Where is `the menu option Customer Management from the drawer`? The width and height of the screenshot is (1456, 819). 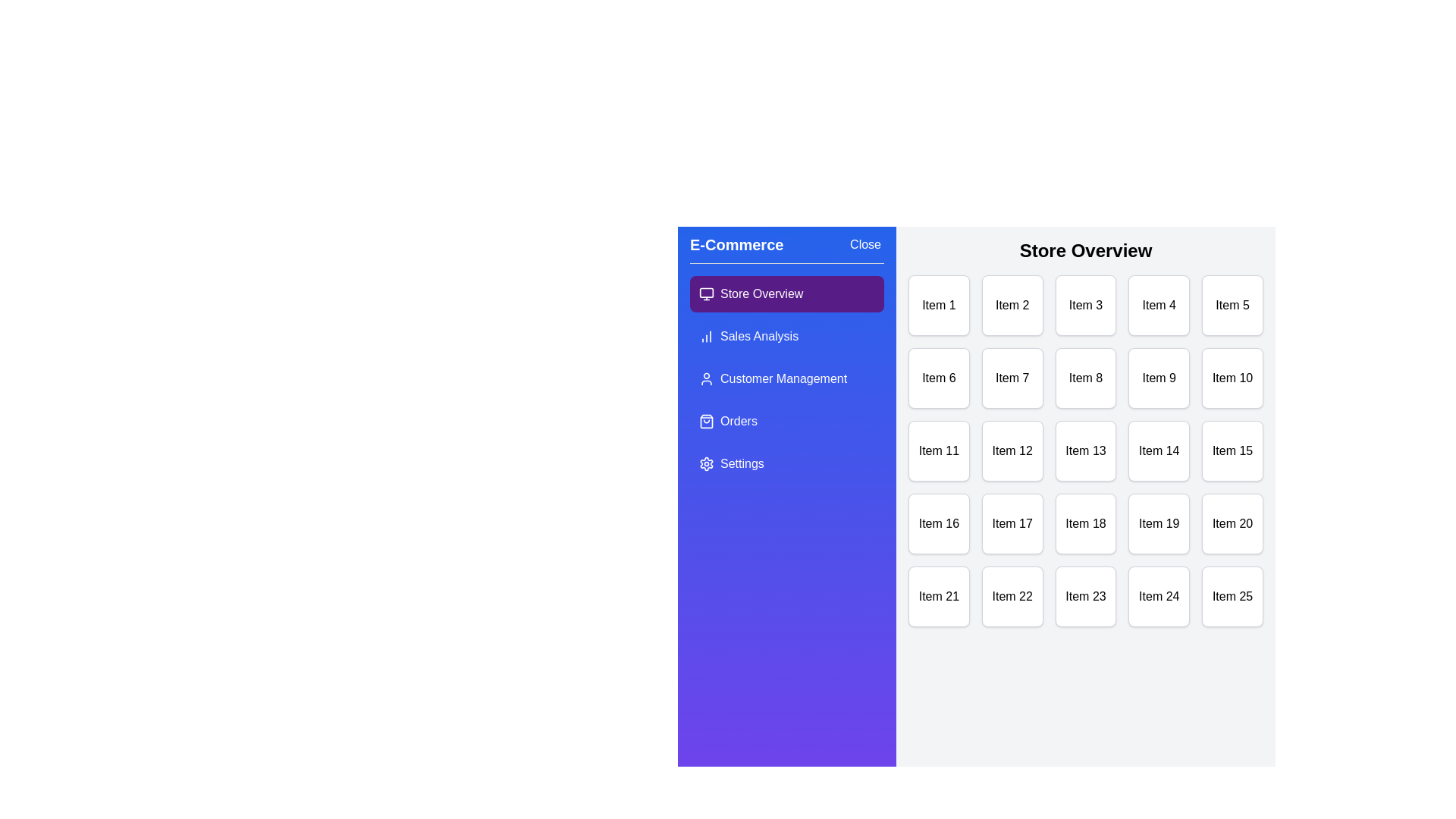 the menu option Customer Management from the drawer is located at coordinates (786, 378).